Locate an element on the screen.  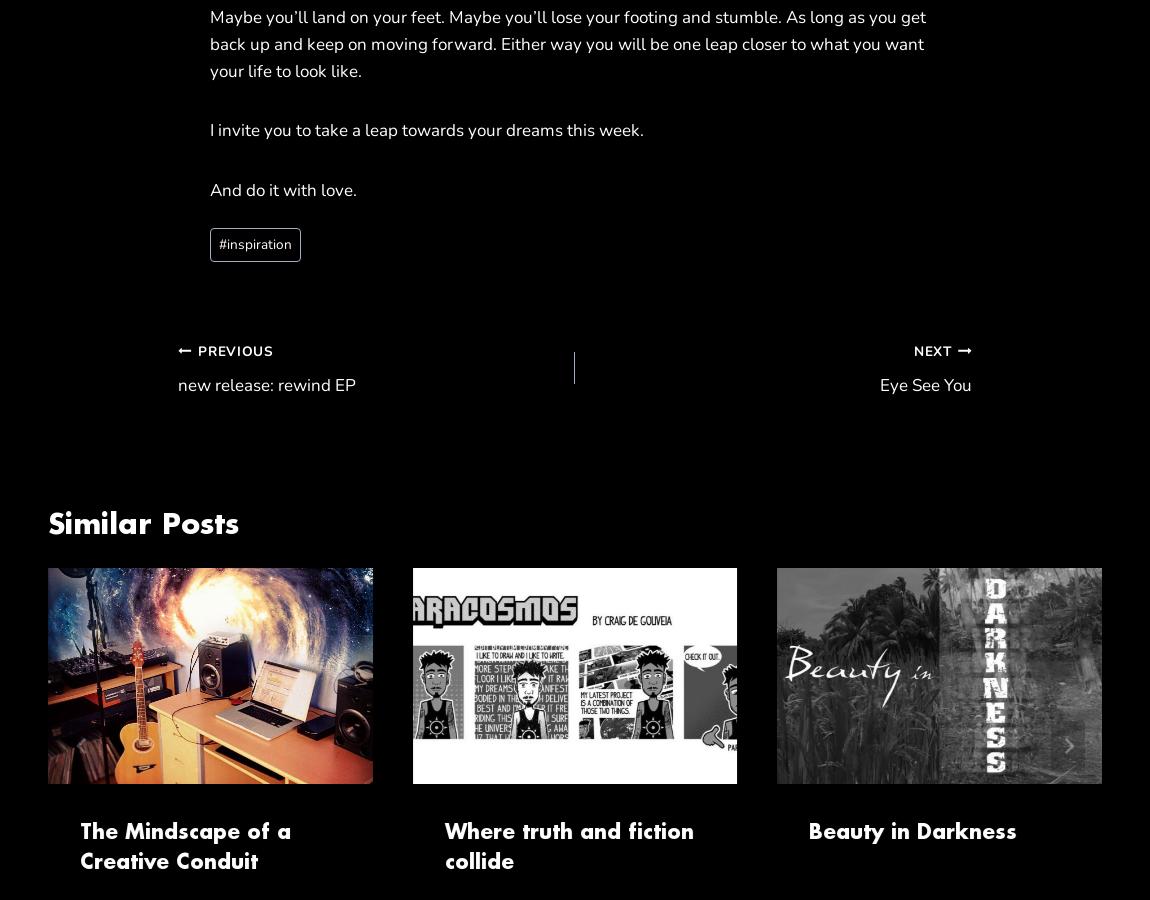
'And do it with love.' is located at coordinates (282, 189).